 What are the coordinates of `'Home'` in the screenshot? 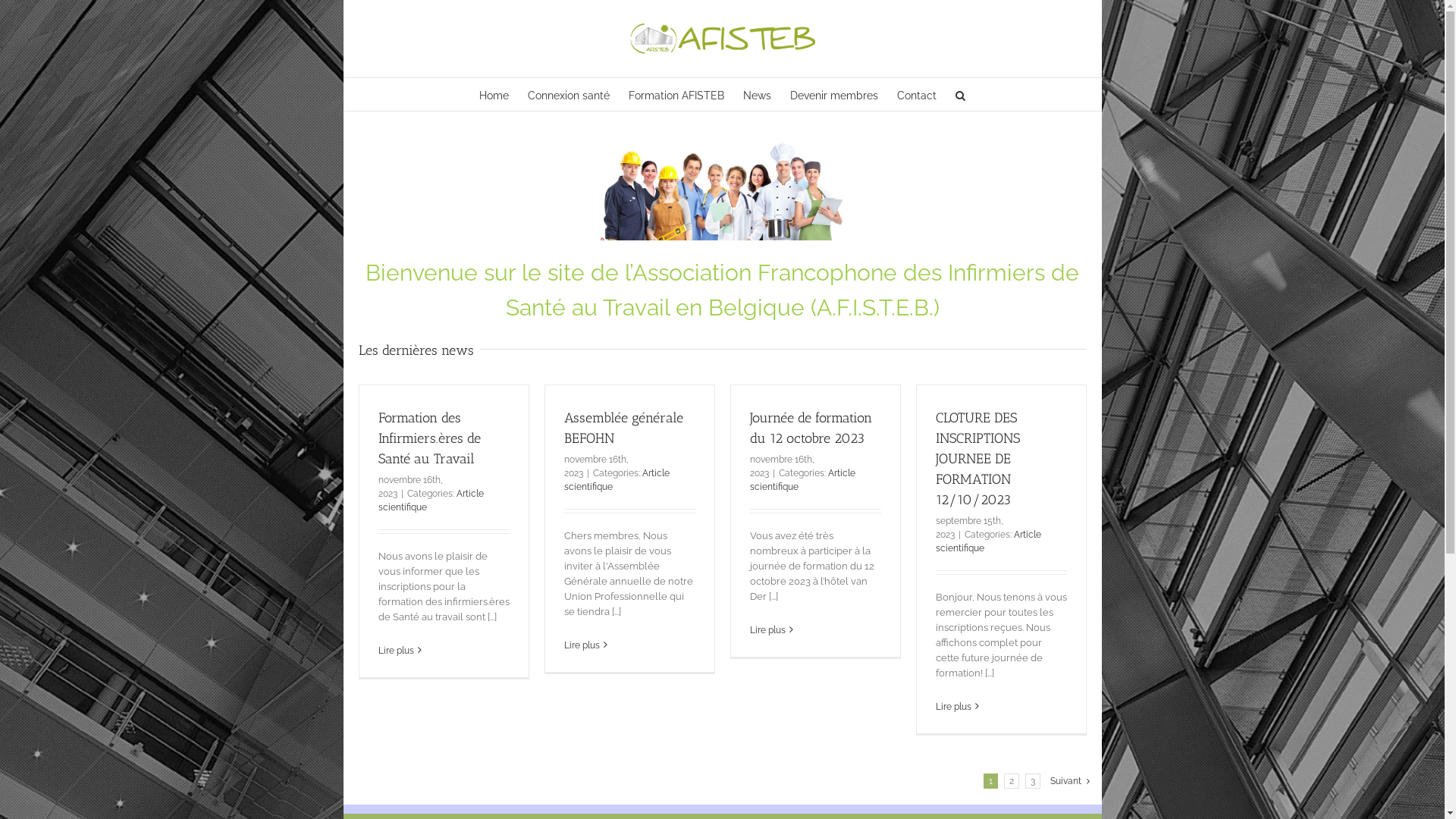 It's located at (494, 94).